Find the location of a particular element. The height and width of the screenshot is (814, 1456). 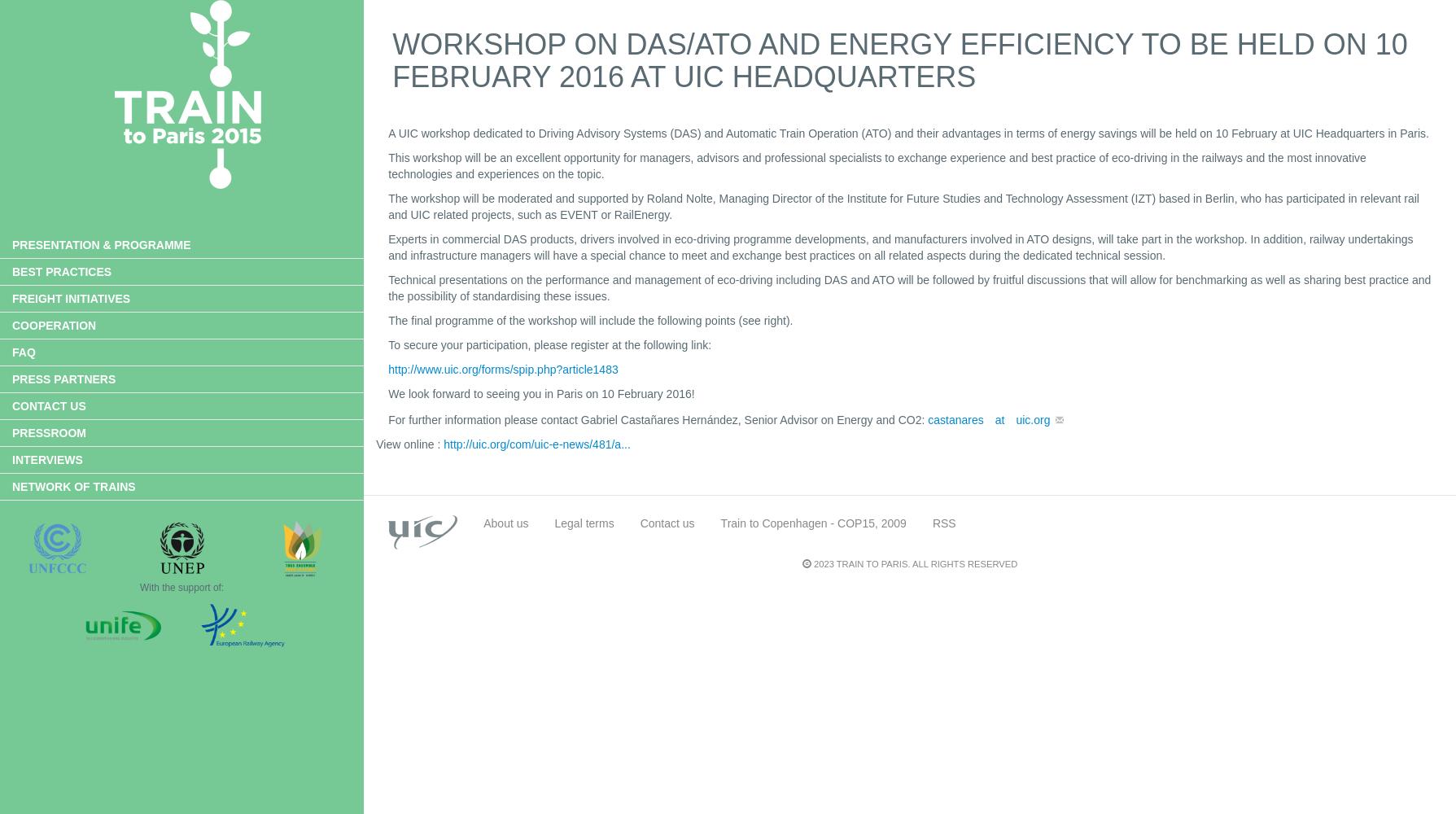

'Interviews' is located at coordinates (46, 459).